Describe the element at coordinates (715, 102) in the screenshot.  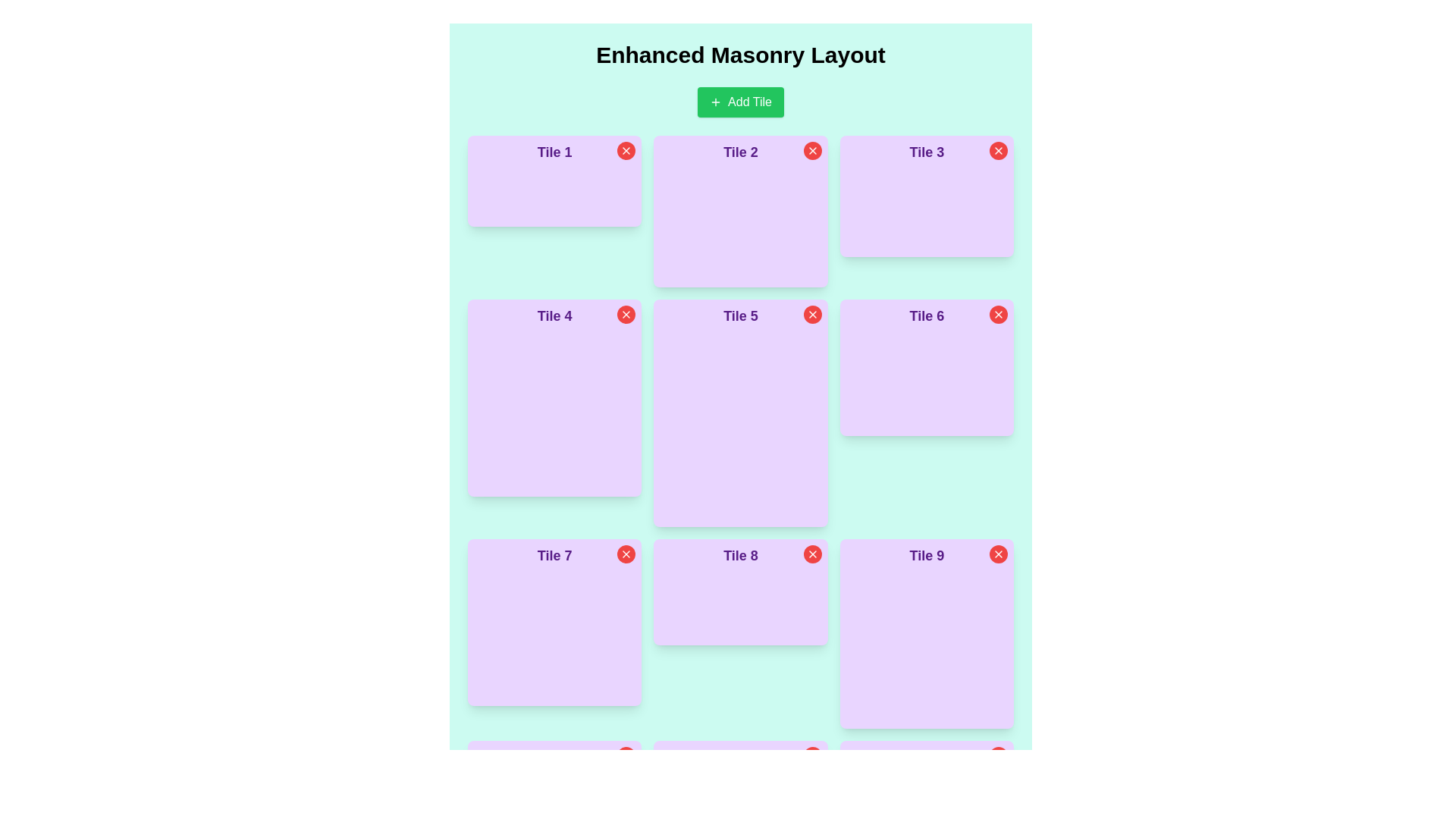
I see `the icon` at that location.